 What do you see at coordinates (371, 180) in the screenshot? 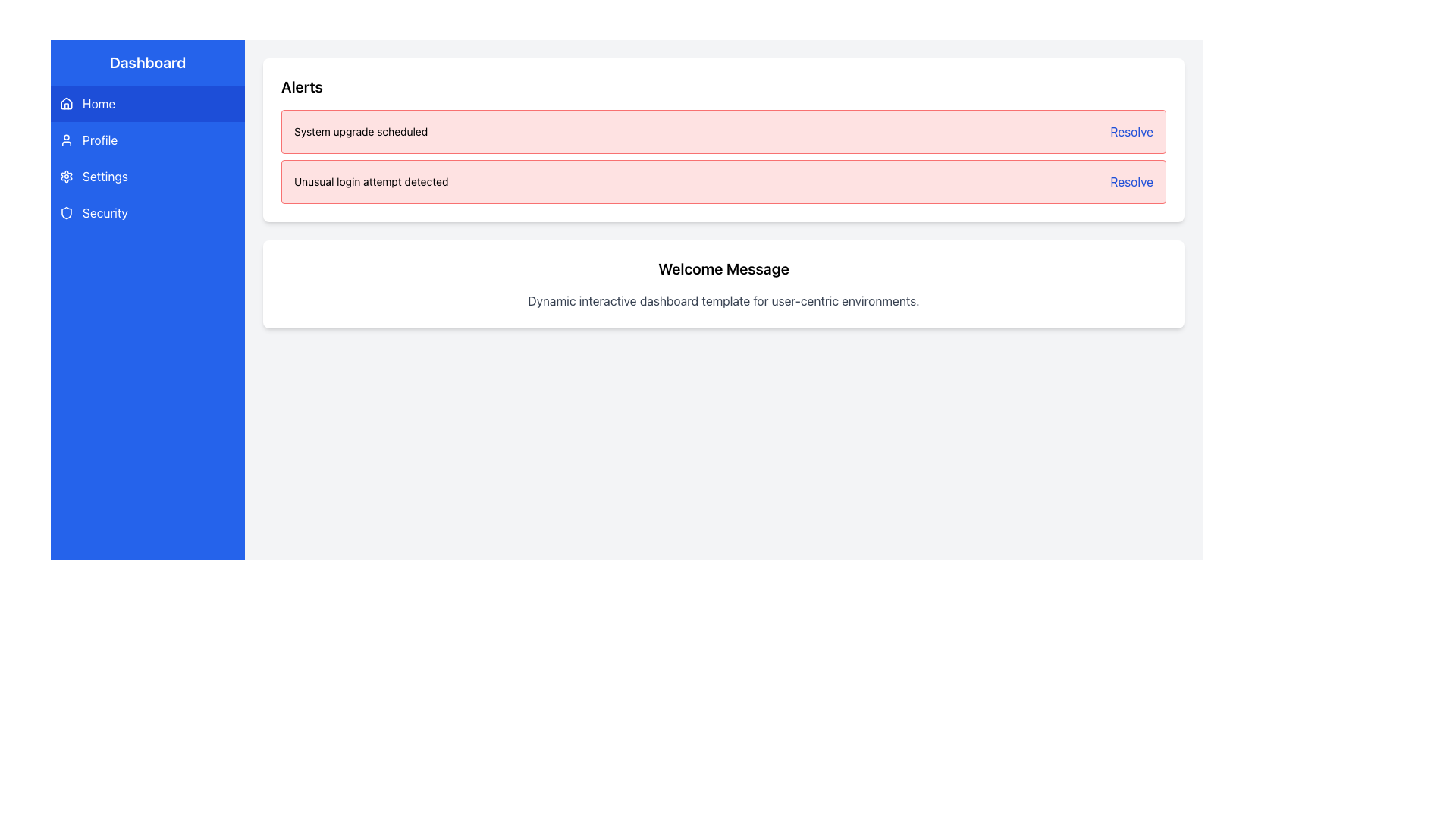
I see `the static text element that displays a notification about a detected unusual login attempt, located in the 'Alerts' section of the interface` at bounding box center [371, 180].